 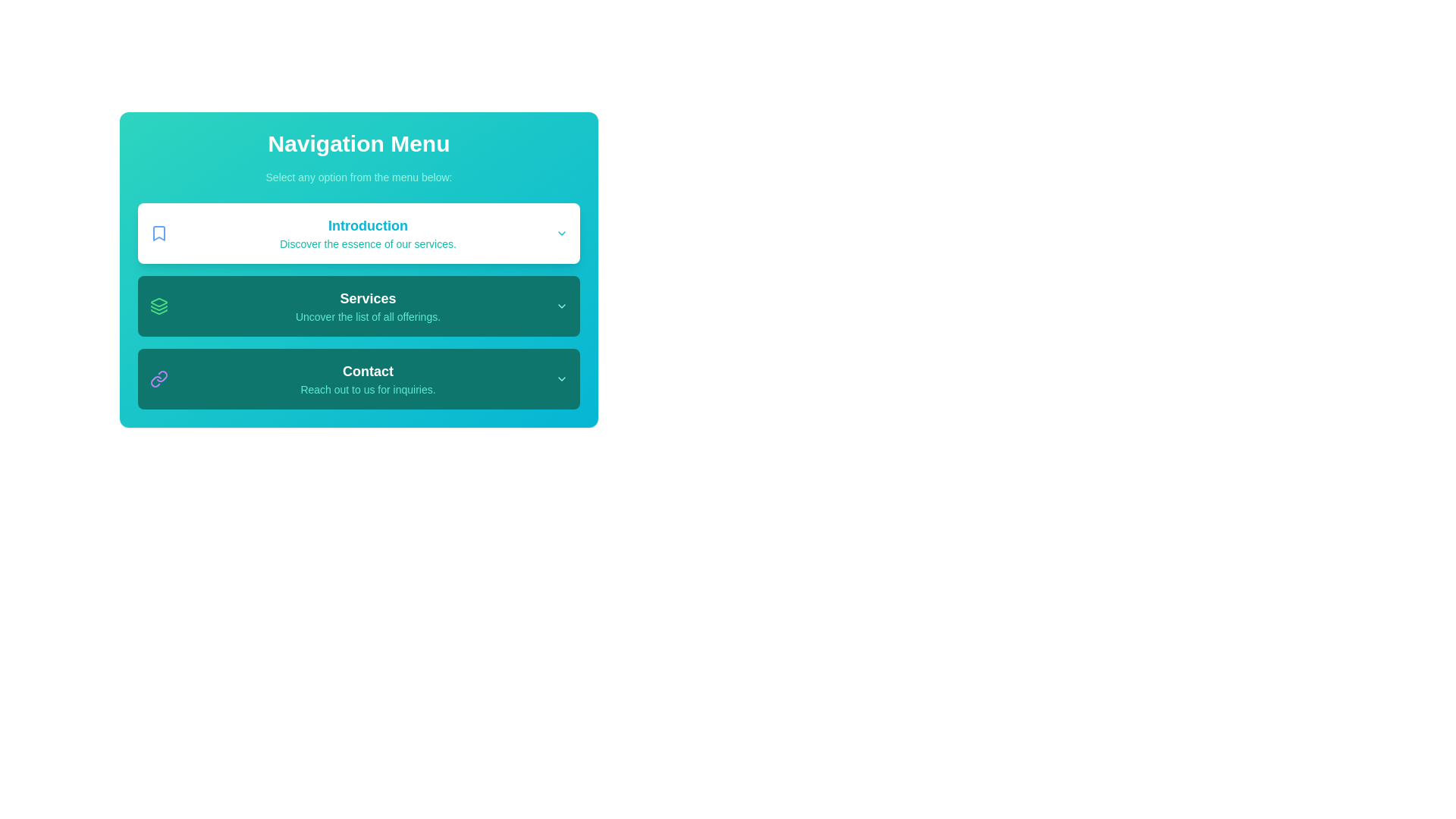 I want to click on the 'Services' button, which has a teal background, a green stack of layers icon on the left, and a light teal downward-pointing chevron arrow on the right, so click(x=358, y=306).